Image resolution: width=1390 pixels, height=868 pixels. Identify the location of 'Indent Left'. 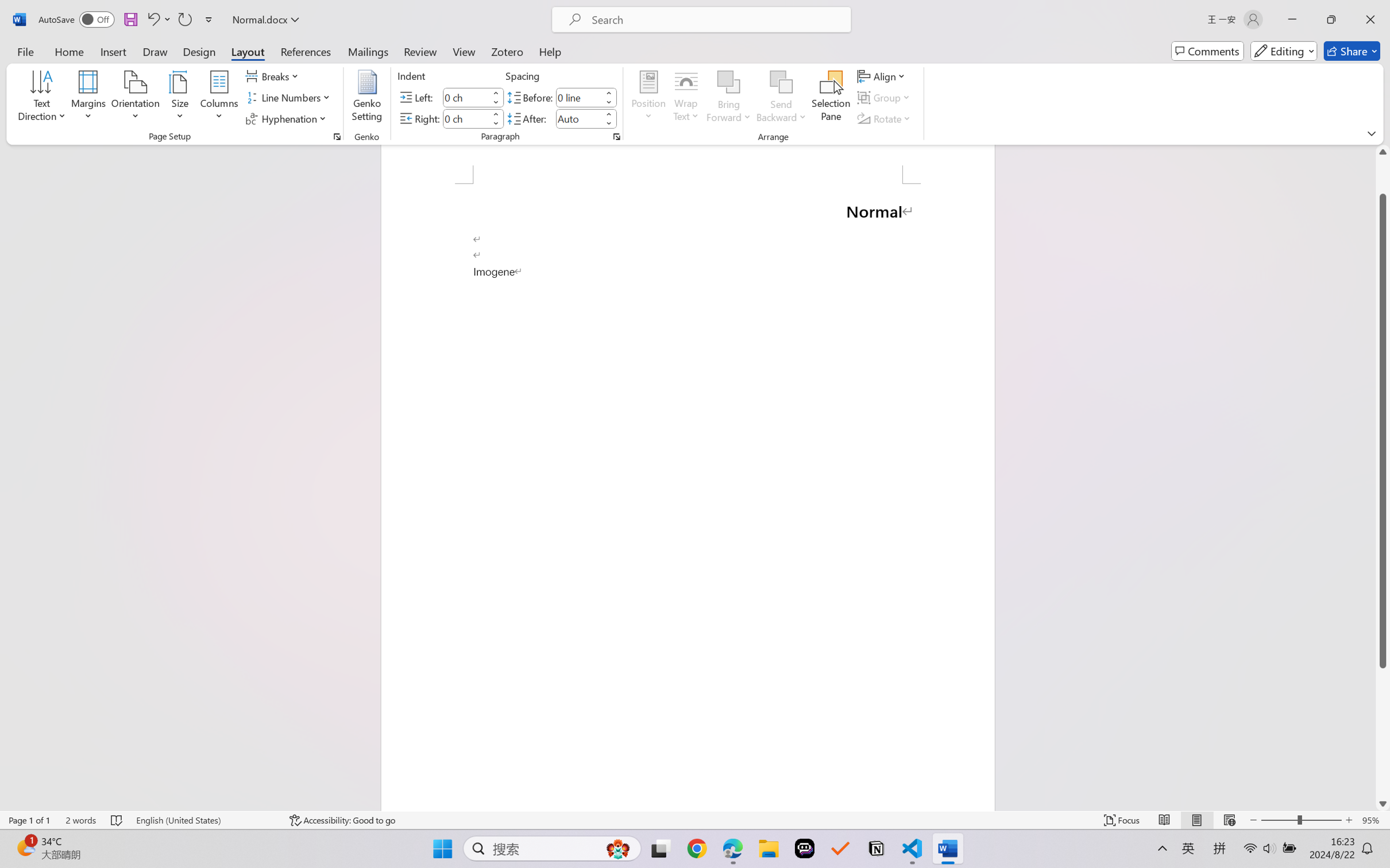
(465, 96).